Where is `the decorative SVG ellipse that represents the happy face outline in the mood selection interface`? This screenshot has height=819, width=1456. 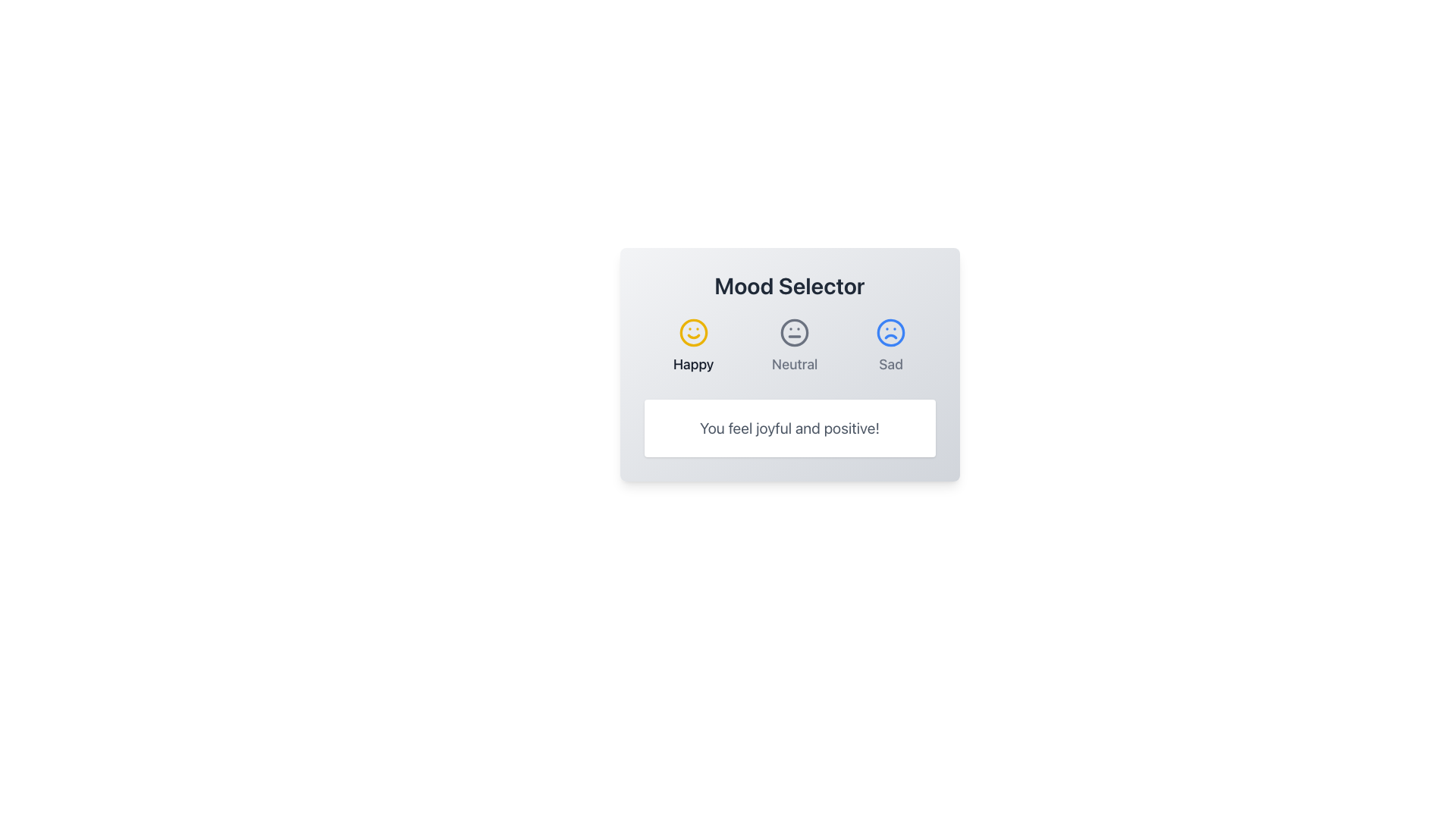 the decorative SVG ellipse that represents the happy face outline in the mood selection interface is located at coordinates (692, 332).